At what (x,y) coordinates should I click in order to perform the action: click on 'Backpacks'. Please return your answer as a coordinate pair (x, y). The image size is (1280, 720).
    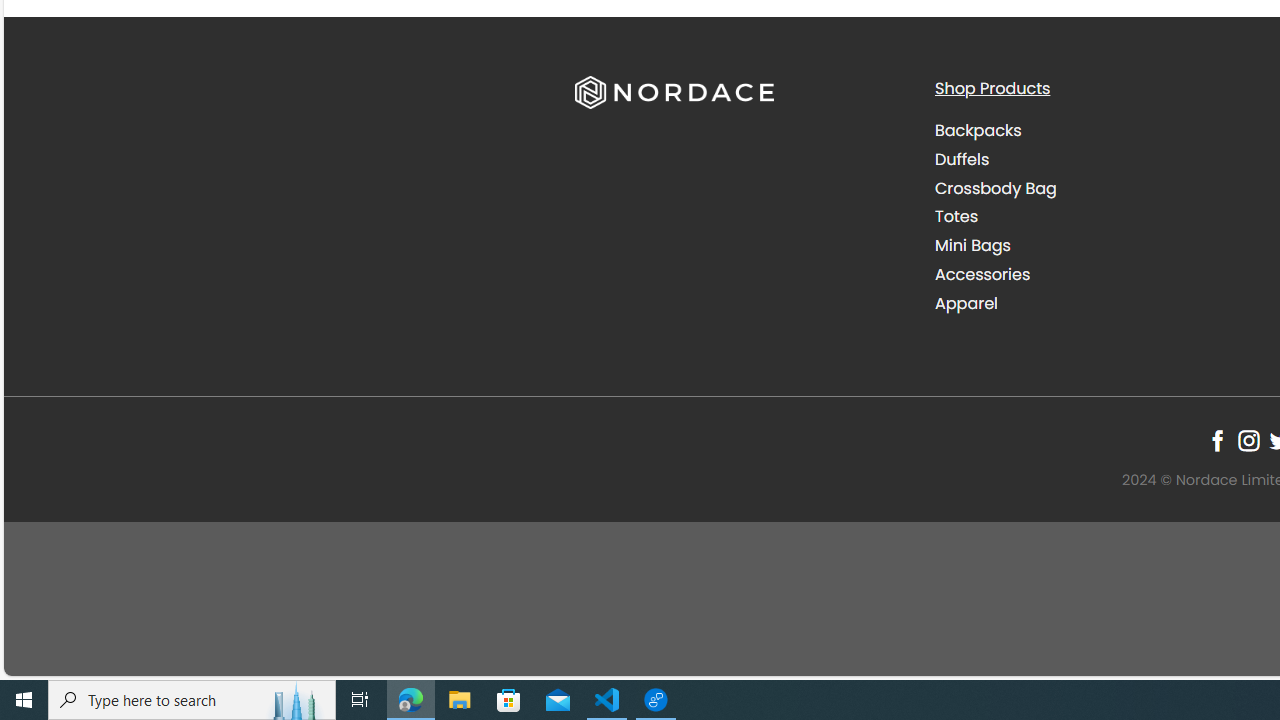
    Looking at the image, I should click on (1098, 131).